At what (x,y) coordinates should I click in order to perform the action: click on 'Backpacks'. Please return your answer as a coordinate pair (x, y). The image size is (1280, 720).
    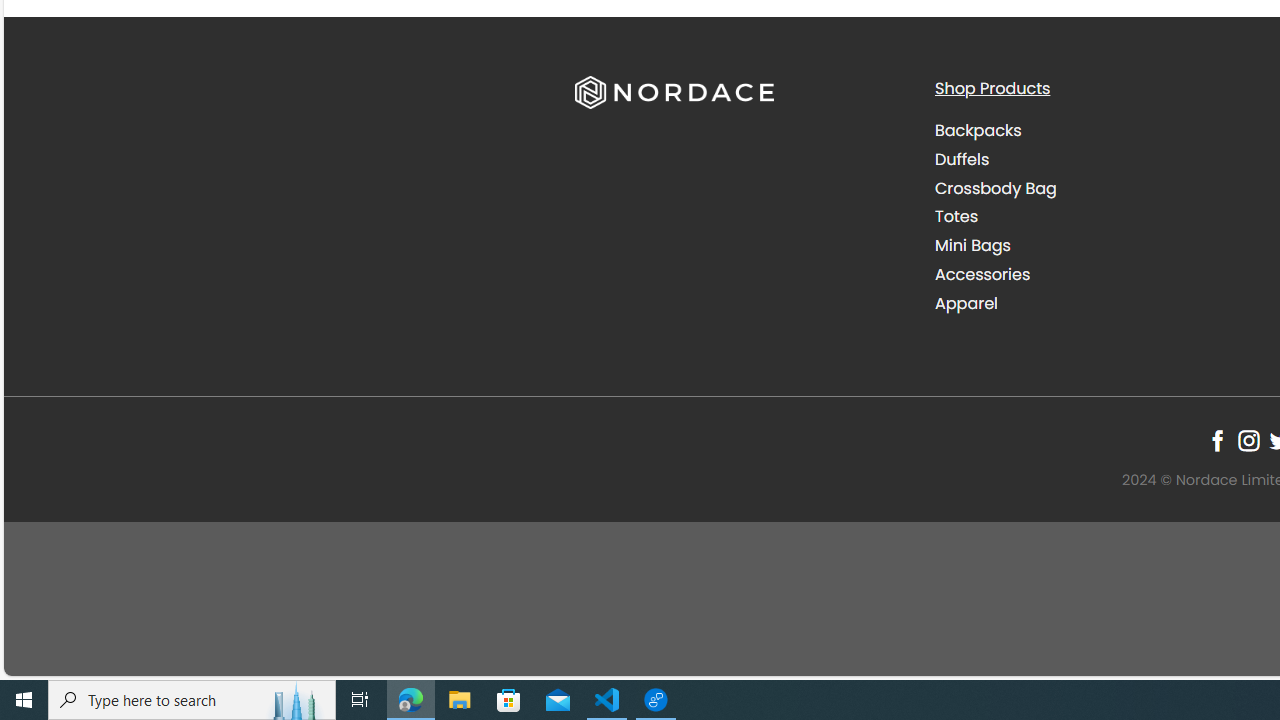
    Looking at the image, I should click on (1098, 131).